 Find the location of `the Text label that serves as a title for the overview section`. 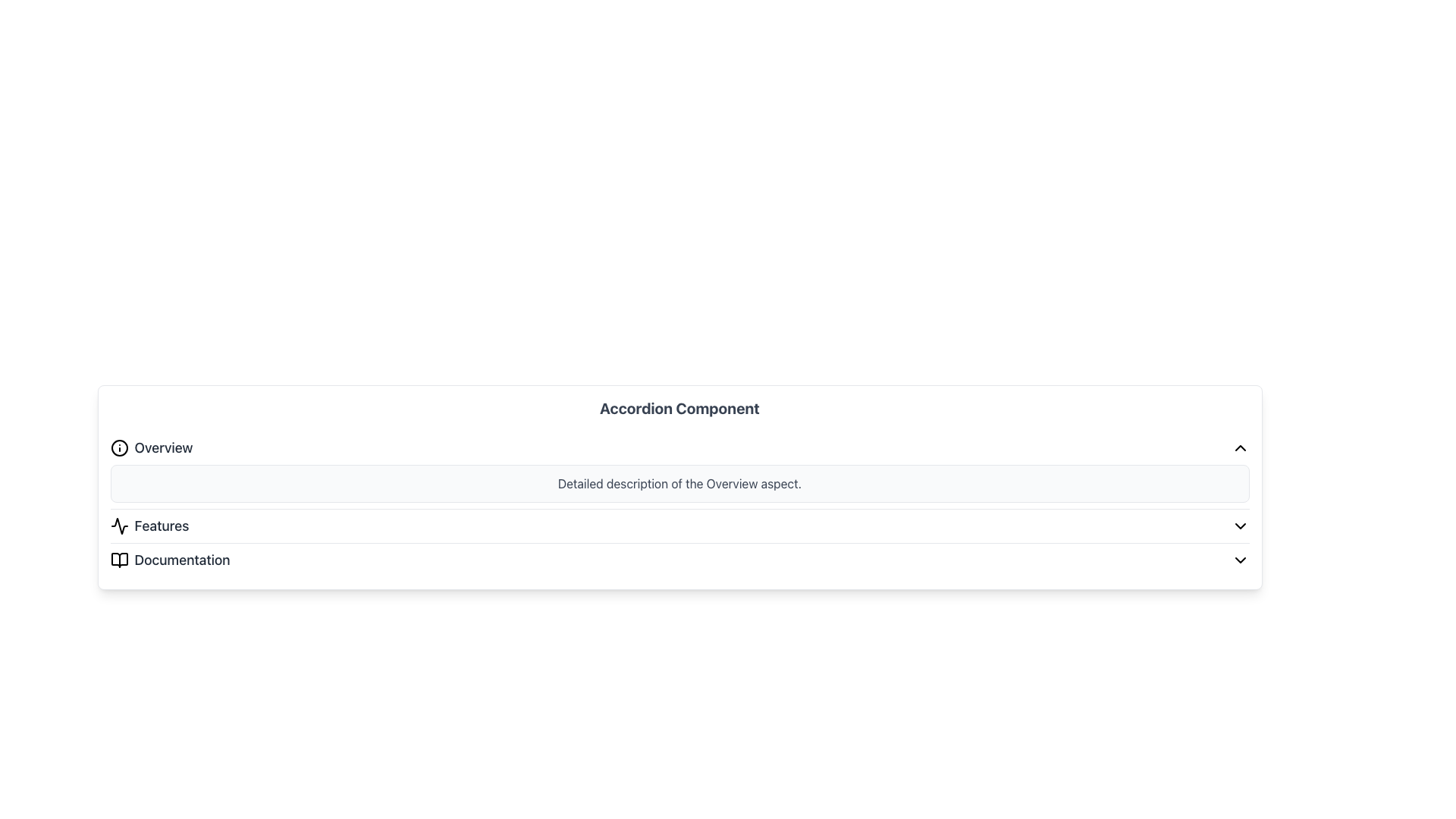

the Text label that serves as a title for the overview section is located at coordinates (164, 447).